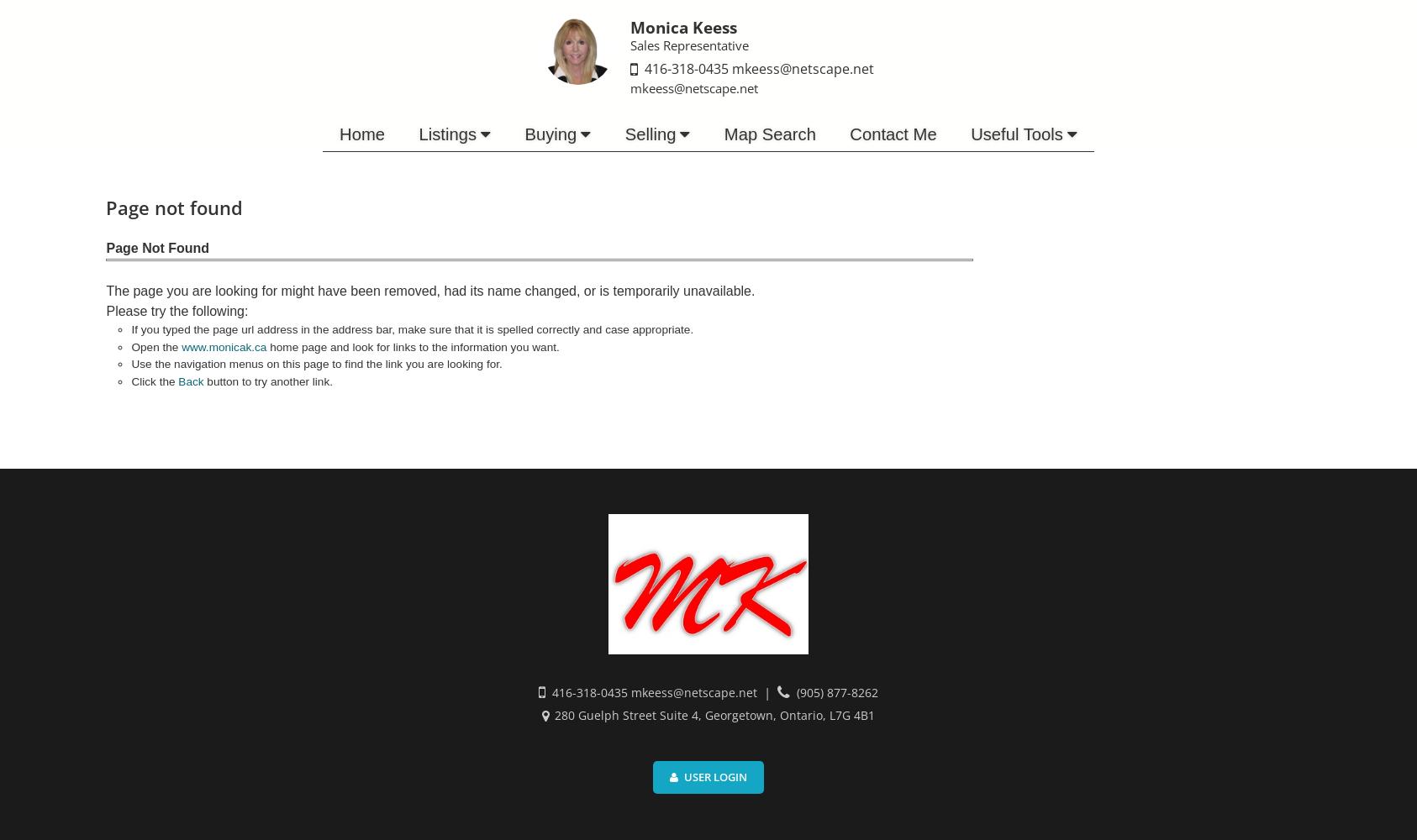 The height and width of the screenshot is (840, 1417). Describe the element at coordinates (433, 164) in the screenshot. I see `'Residential Search'` at that location.